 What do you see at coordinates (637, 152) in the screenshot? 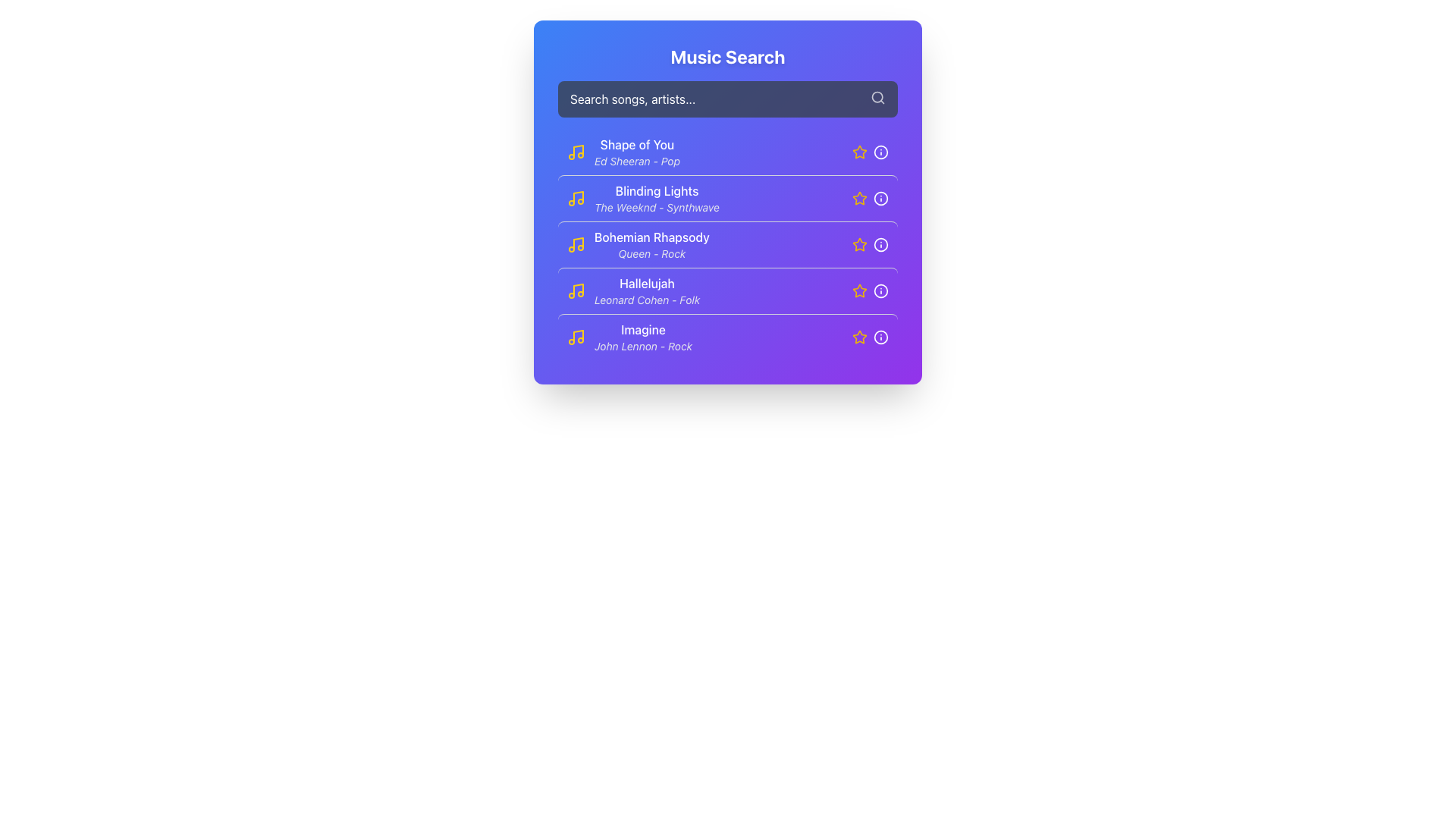
I see `the text label that displays the title and metadata of the song, positioned to the right of the yellow music note icon` at bounding box center [637, 152].